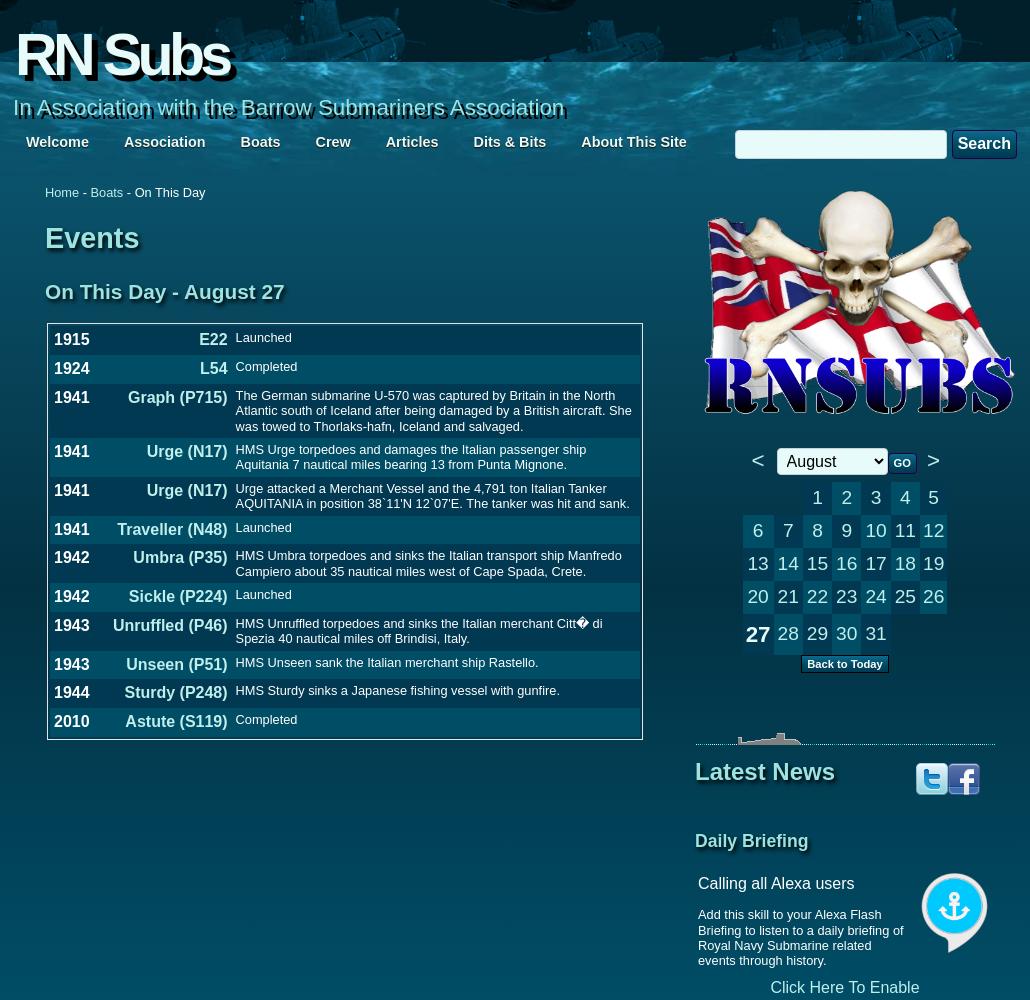 The image size is (1030, 1000). I want to click on '<', so click(757, 459).